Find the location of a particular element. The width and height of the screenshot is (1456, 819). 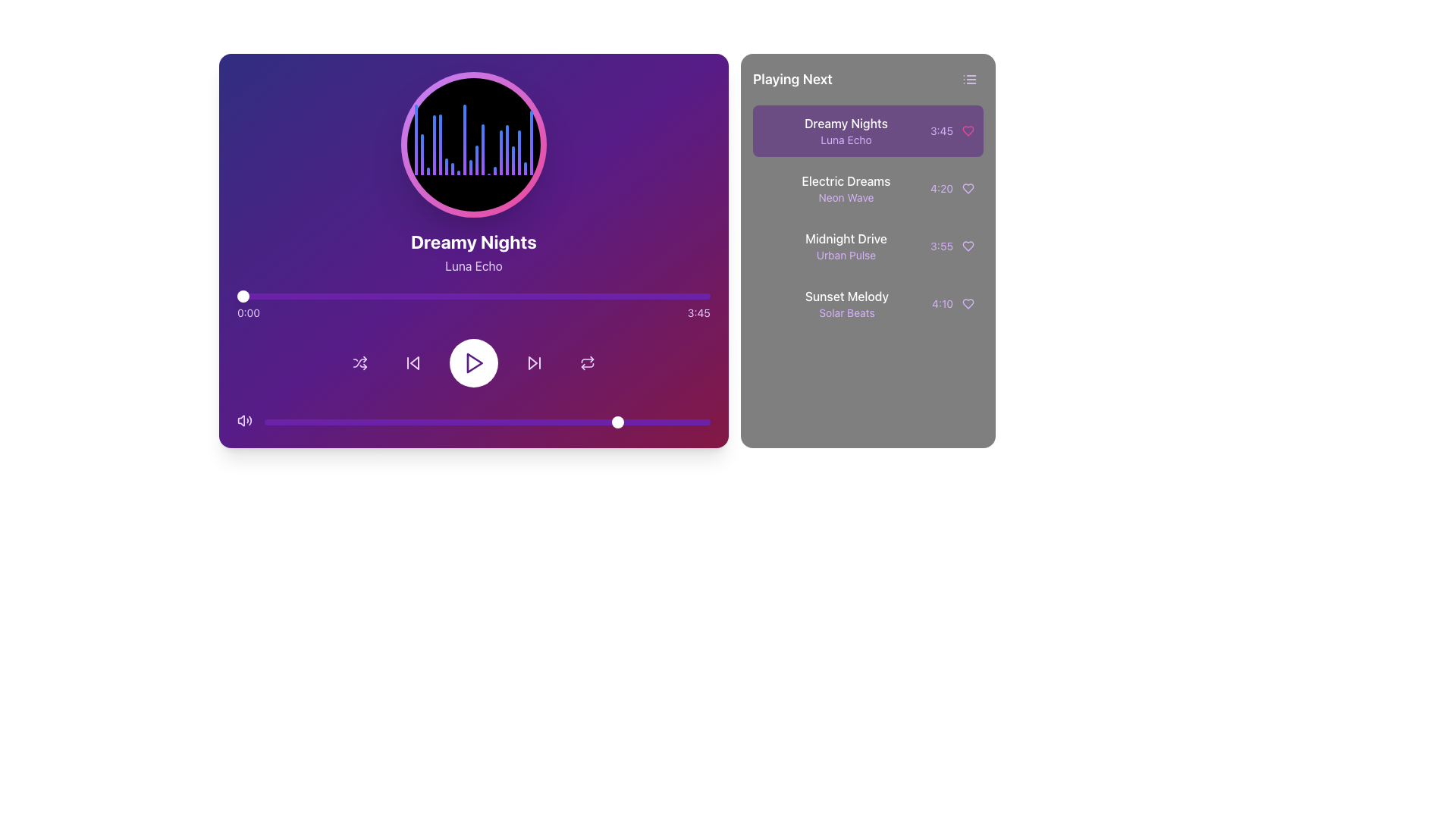

the seventeenth visual bar representation within the graphical chart or equalizer, which is part of the audio track's frequency visualization is located at coordinates (519, 152).